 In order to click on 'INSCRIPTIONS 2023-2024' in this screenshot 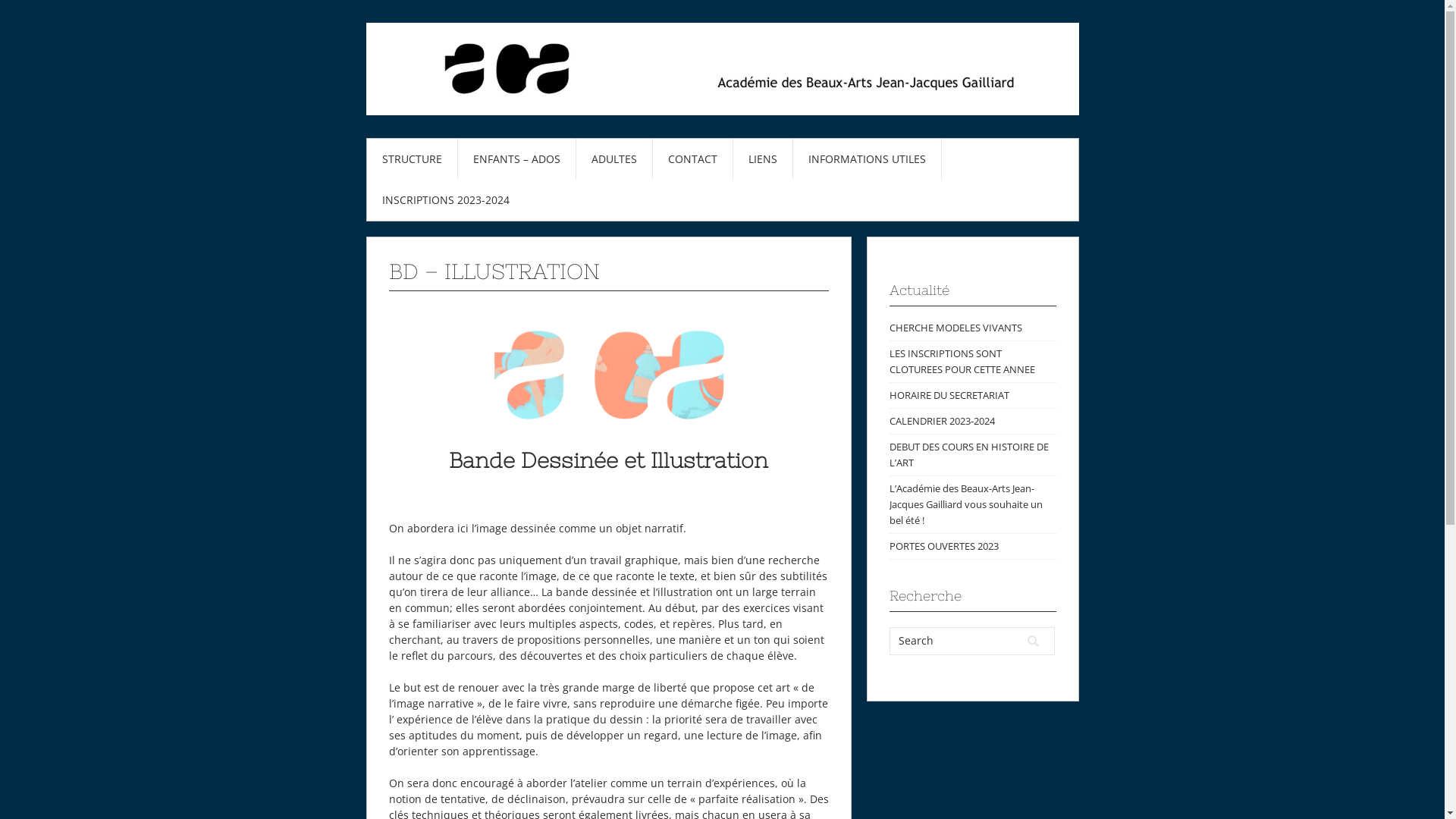, I will do `click(445, 199)`.